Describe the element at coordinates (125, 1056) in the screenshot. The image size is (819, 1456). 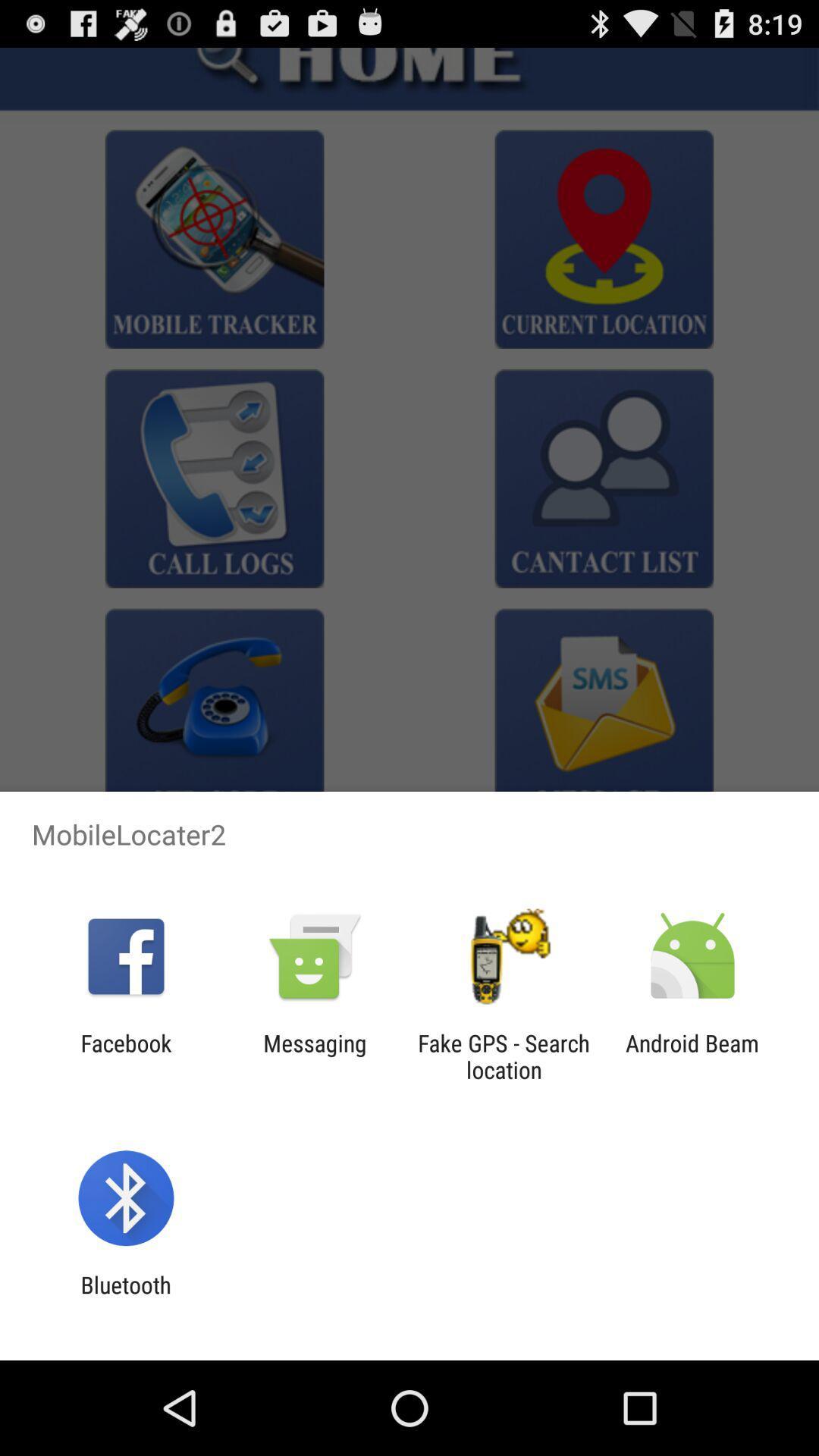
I see `facebook` at that location.